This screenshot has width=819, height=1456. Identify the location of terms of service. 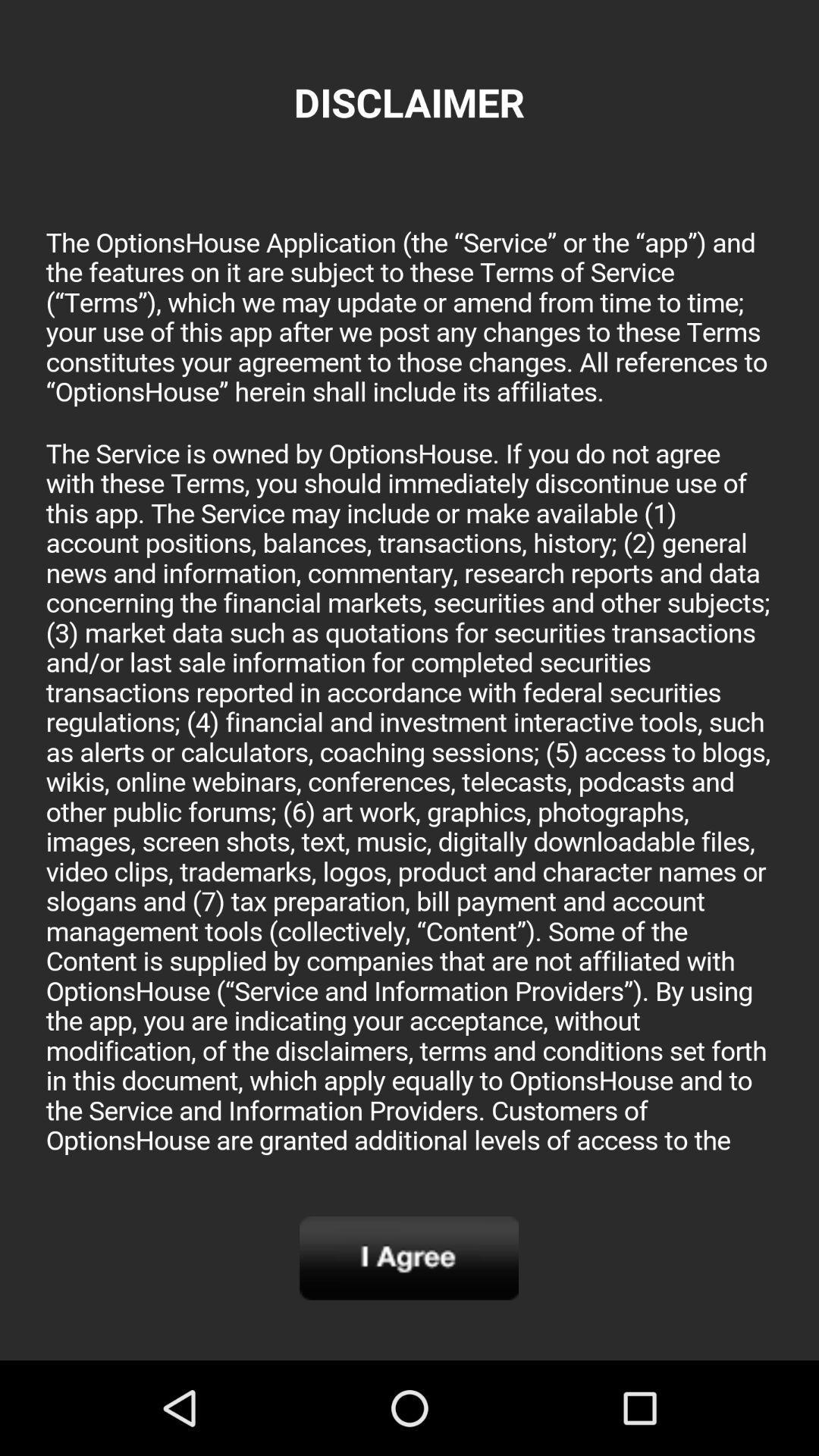
(409, 685).